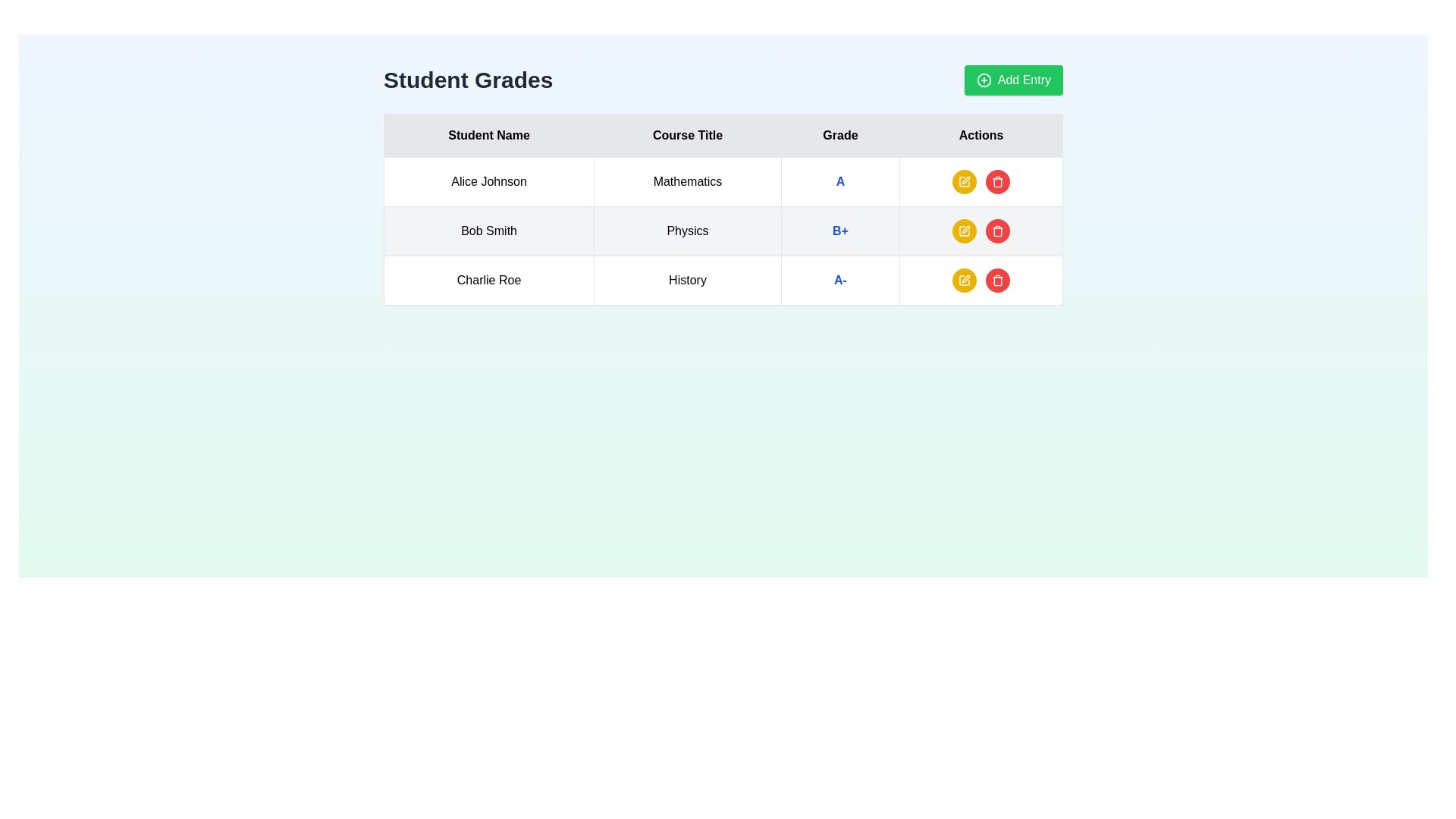  I want to click on text displayed in the first row and first column of the table under the header 'Student Name', which represents the name of the first student, so click(489, 180).